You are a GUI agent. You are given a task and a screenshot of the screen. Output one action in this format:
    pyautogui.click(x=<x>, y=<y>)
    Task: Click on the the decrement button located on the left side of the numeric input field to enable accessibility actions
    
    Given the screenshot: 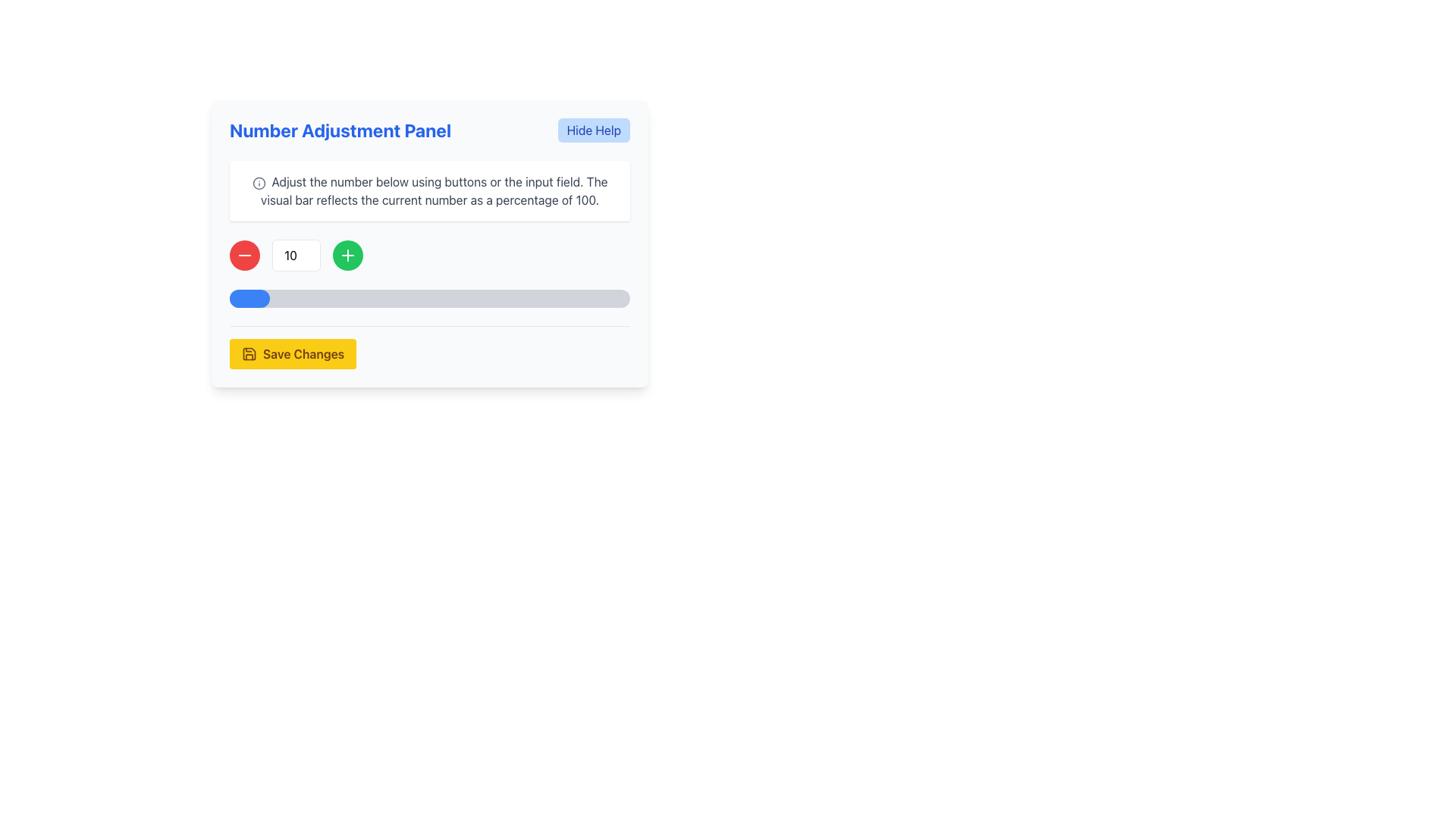 What is the action you would take?
    pyautogui.click(x=244, y=254)
    